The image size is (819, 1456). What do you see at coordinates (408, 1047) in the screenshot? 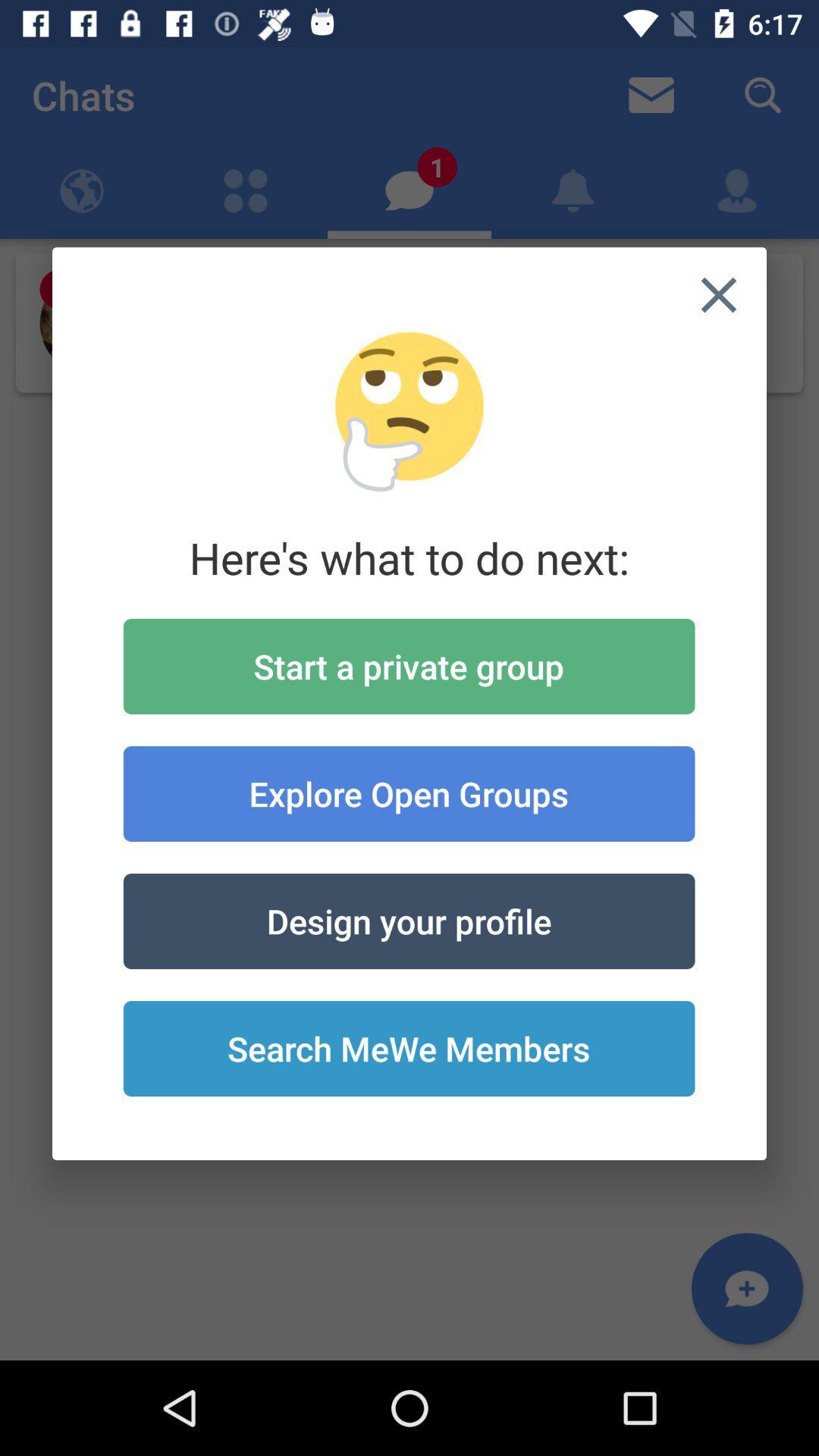
I see `icon below the design your profile icon` at bounding box center [408, 1047].